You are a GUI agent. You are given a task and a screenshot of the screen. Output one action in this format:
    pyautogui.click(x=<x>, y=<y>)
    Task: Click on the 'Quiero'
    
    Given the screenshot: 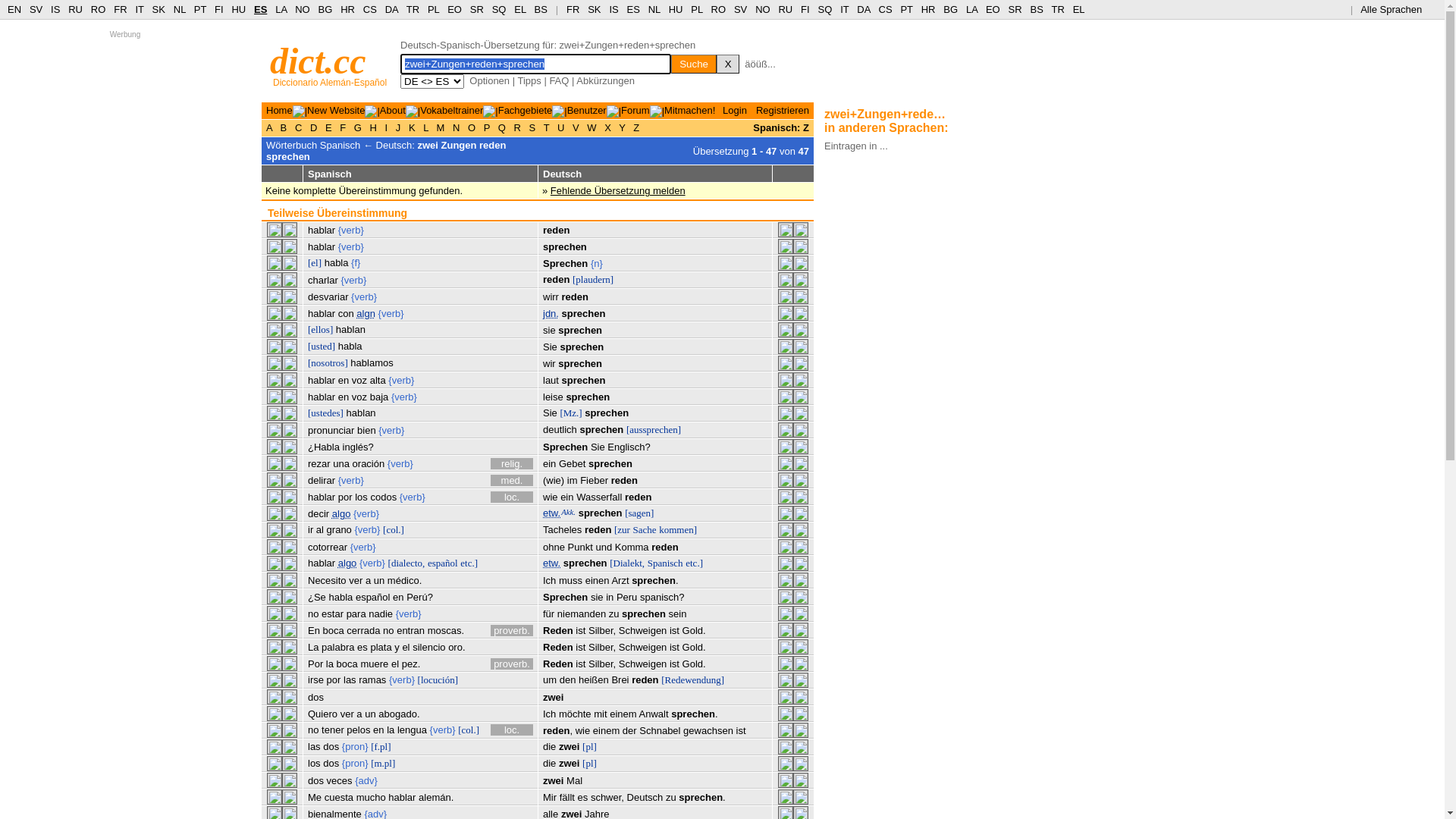 What is the action you would take?
    pyautogui.click(x=307, y=714)
    